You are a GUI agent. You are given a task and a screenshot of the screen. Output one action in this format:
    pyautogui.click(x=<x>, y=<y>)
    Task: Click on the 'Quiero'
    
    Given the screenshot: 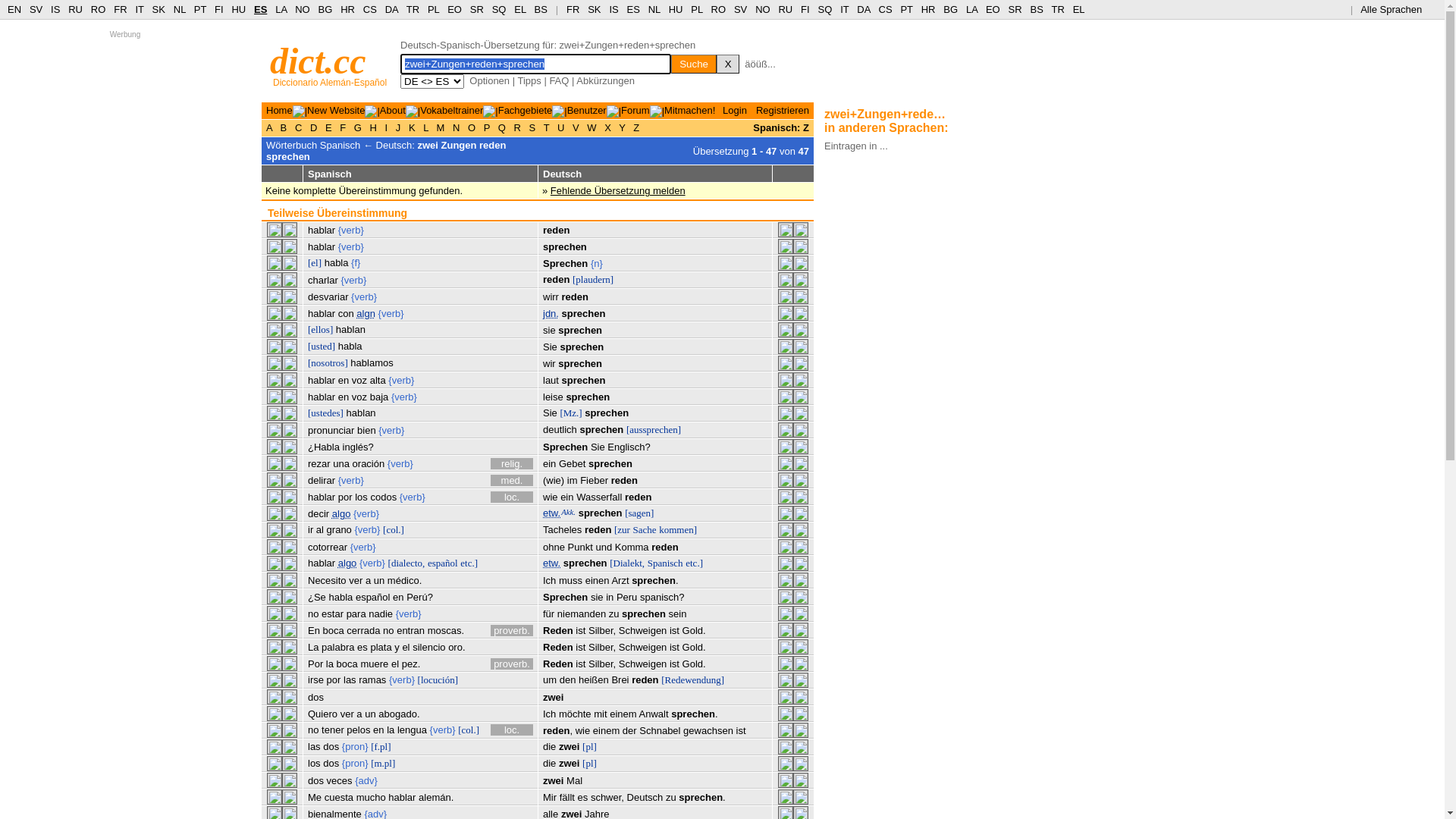 What is the action you would take?
    pyautogui.click(x=307, y=714)
    